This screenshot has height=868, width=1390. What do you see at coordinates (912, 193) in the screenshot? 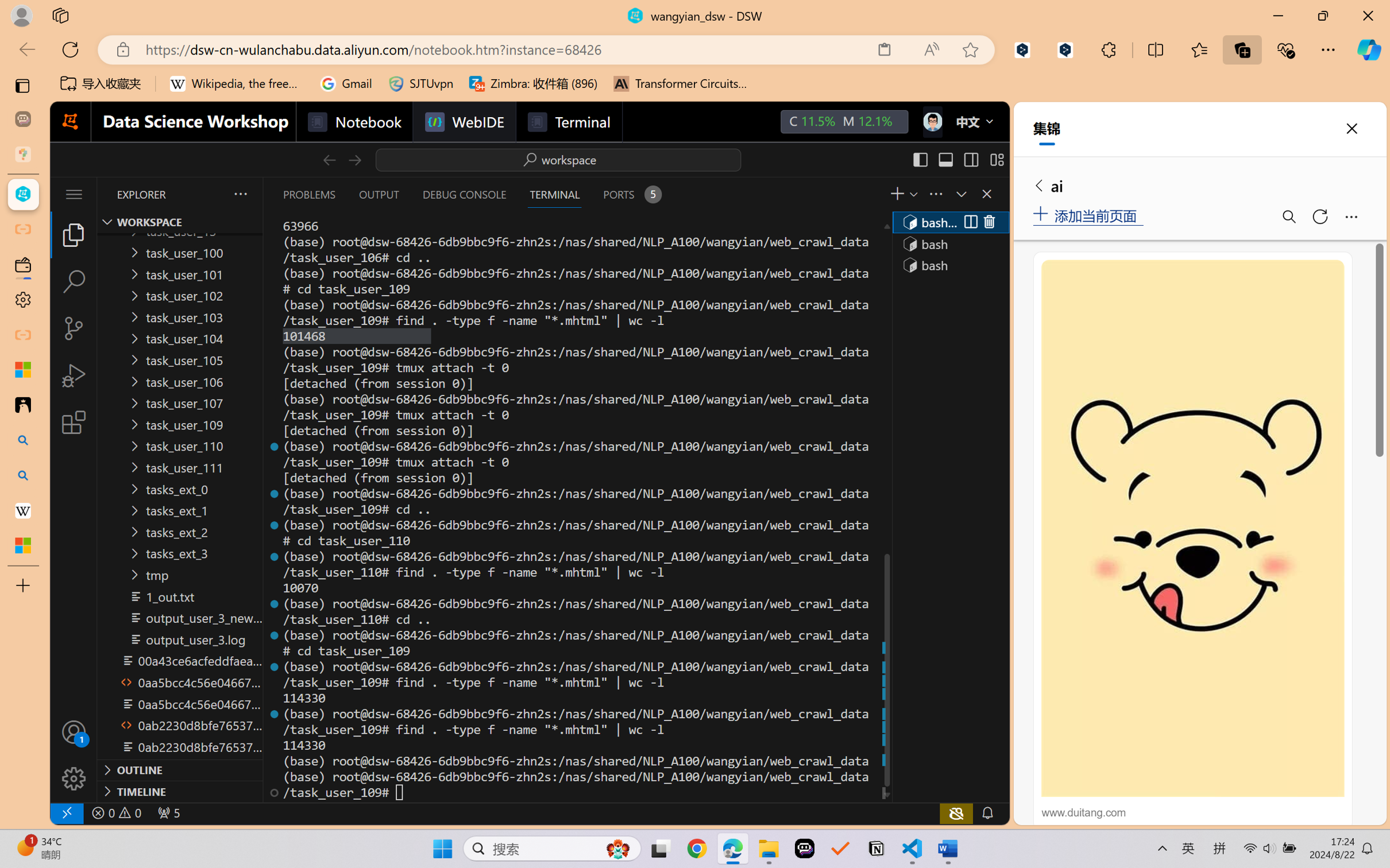
I see `'Launch Profile...'` at bounding box center [912, 193].